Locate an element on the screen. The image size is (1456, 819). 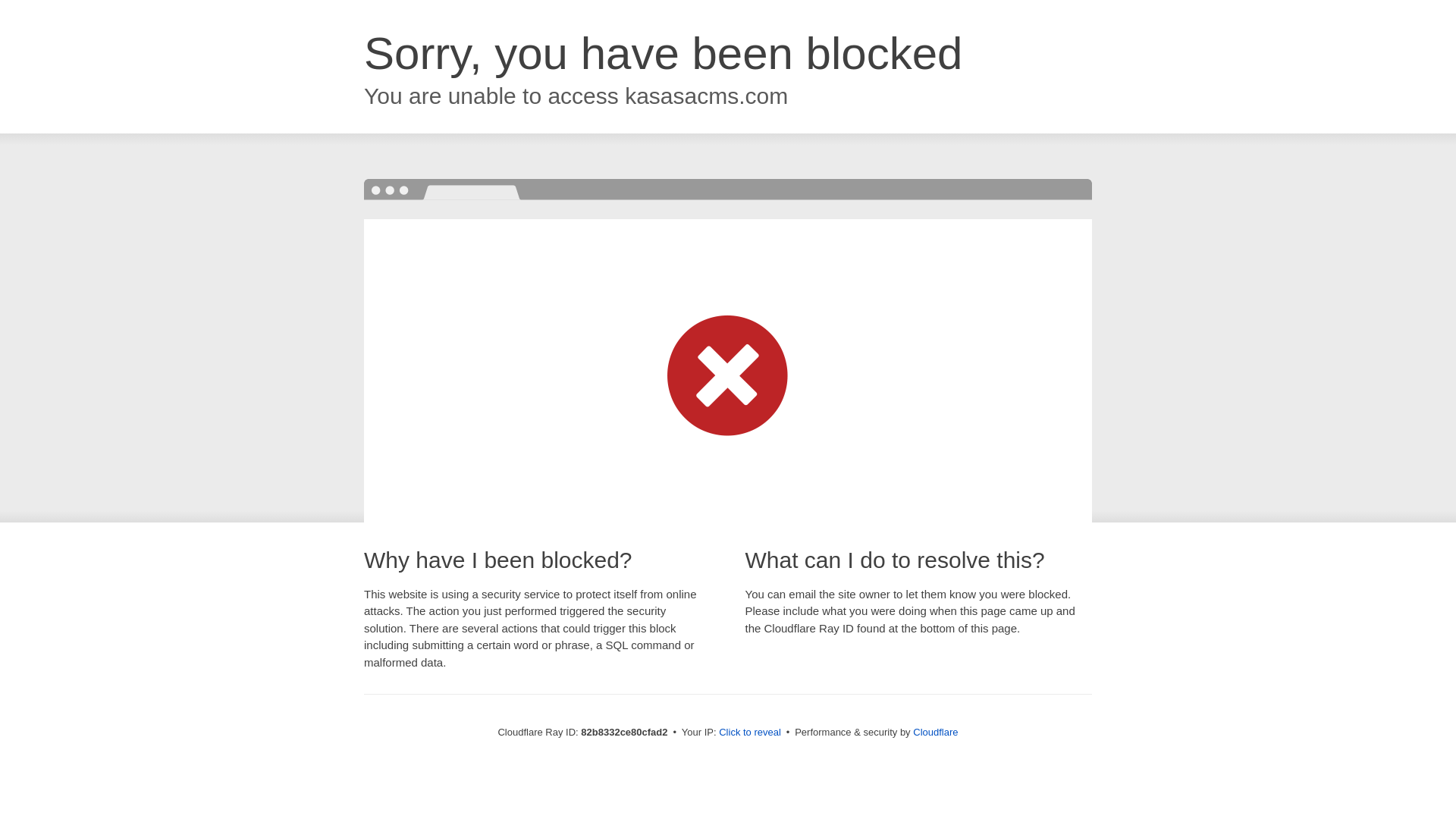
'Cloudflare' is located at coordinates (934, 731).